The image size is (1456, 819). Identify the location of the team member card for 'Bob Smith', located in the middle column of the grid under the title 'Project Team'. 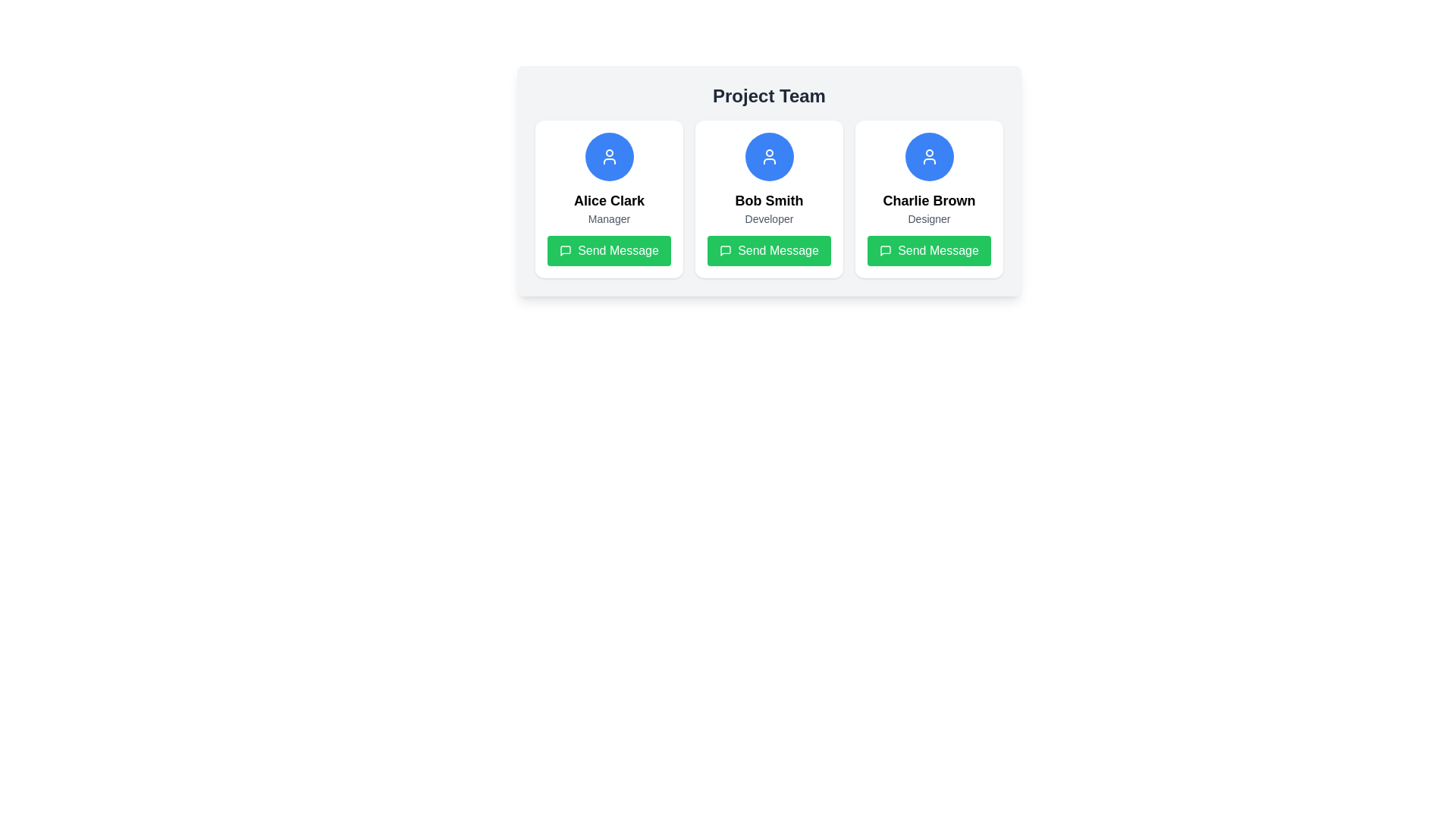
(769, 198).